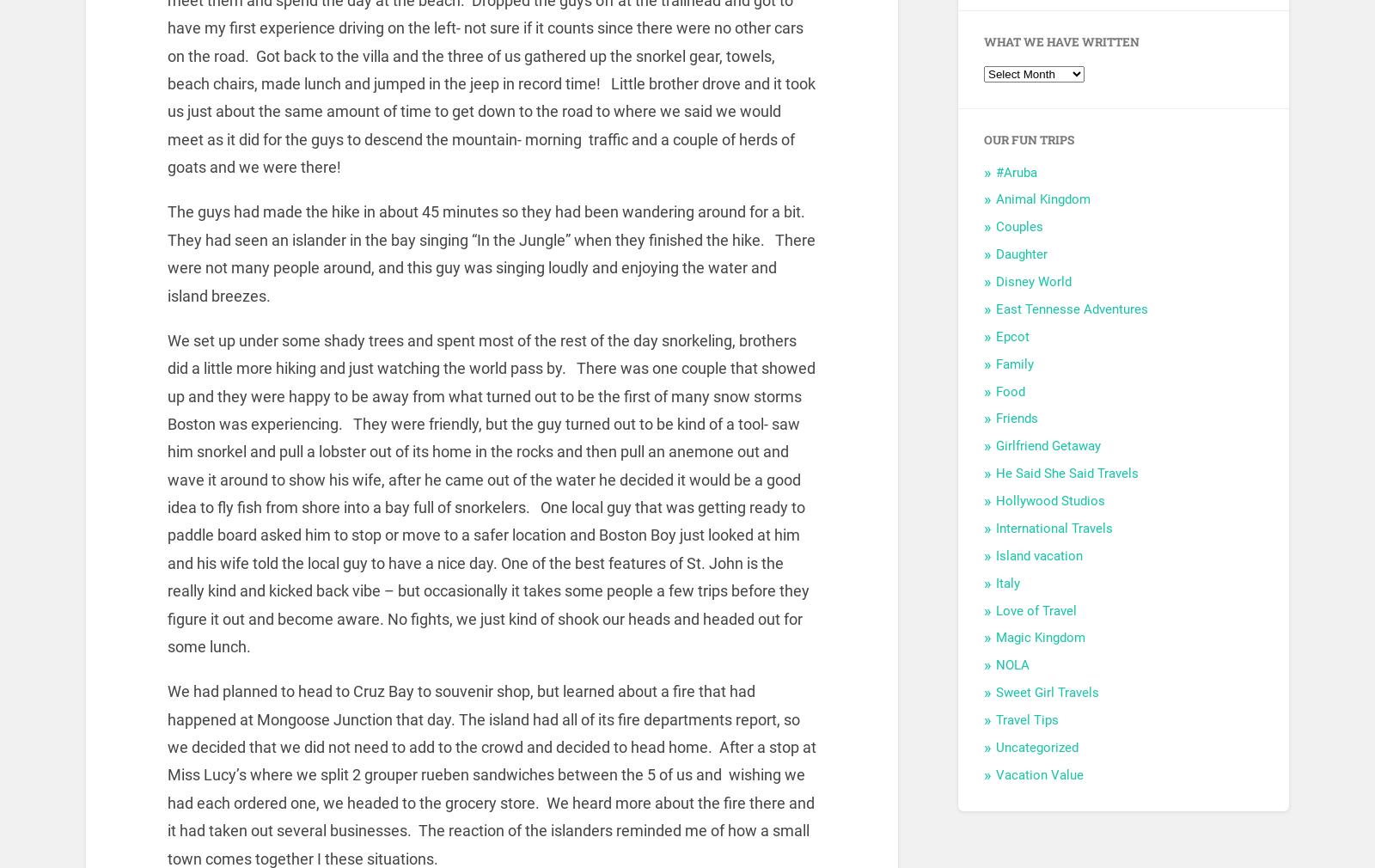  Describe the element at coordinates (490, 254) in the screenshot. I see `'The guys had made the hike in about 45 minutes so they had been wandering around for a bit.   They had seen an islander in the bay singing “In the Jungle” when they finished the hike.   There were not many people around, and this guy was singing loudly and enjoying the water and island breezes.'` at that location.